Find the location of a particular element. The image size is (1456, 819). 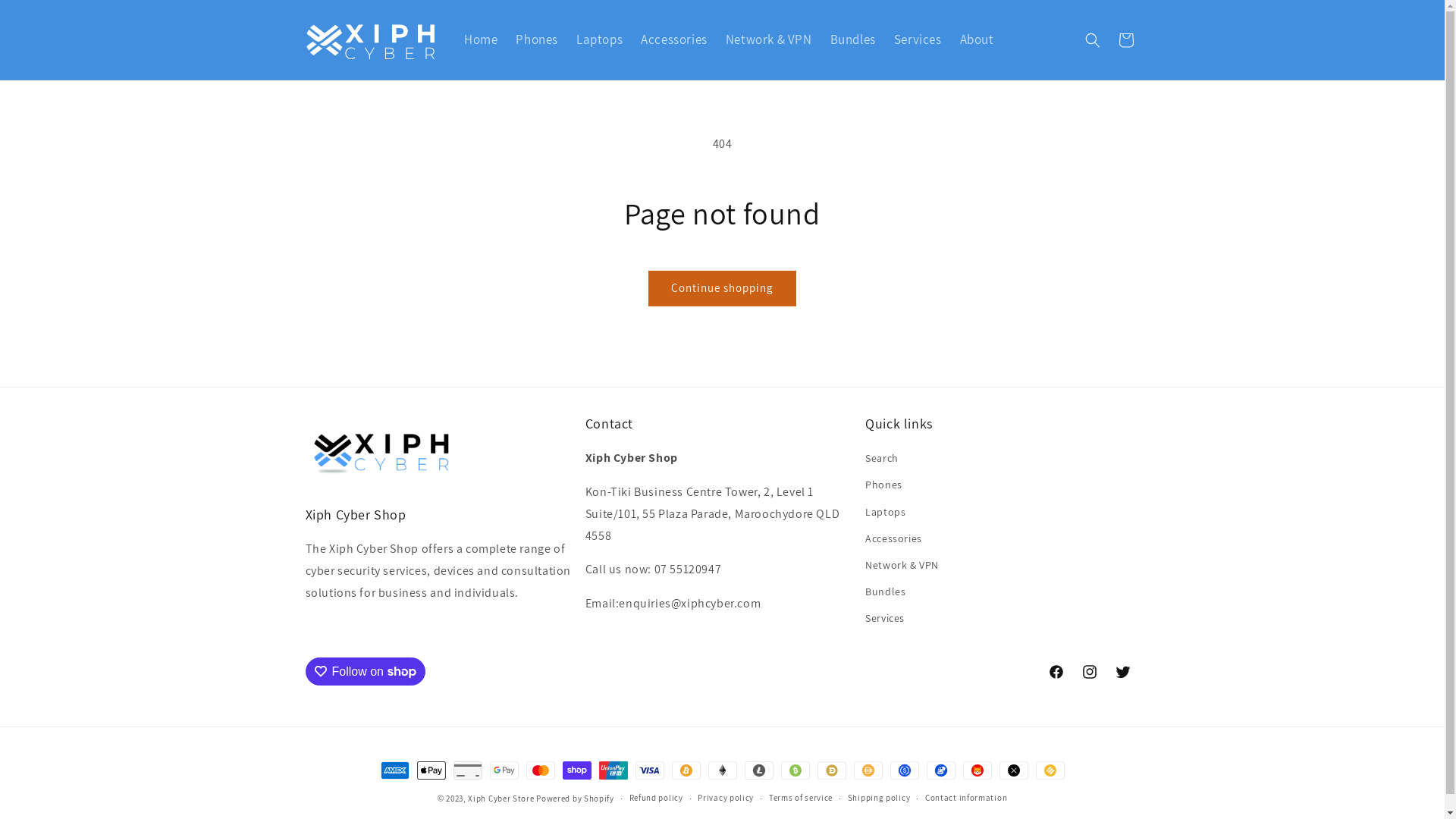

'Search' is located at coordinates (865, 459).